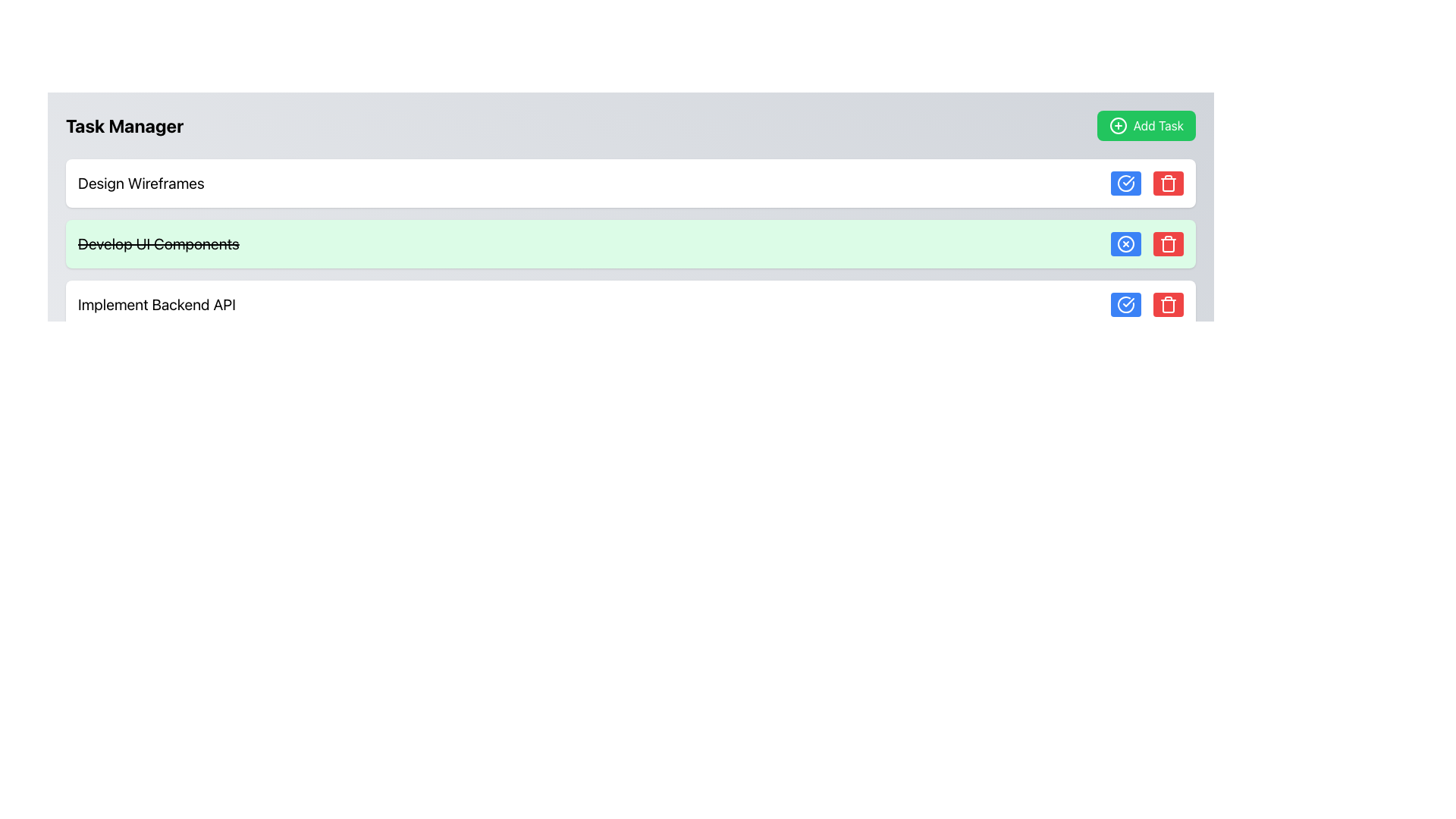  What do you see at coordinates (1125, 243) in the screenshot?
I see `the close button located next to the 'Develop UI Components' text` at bounding box center [1125, 243].